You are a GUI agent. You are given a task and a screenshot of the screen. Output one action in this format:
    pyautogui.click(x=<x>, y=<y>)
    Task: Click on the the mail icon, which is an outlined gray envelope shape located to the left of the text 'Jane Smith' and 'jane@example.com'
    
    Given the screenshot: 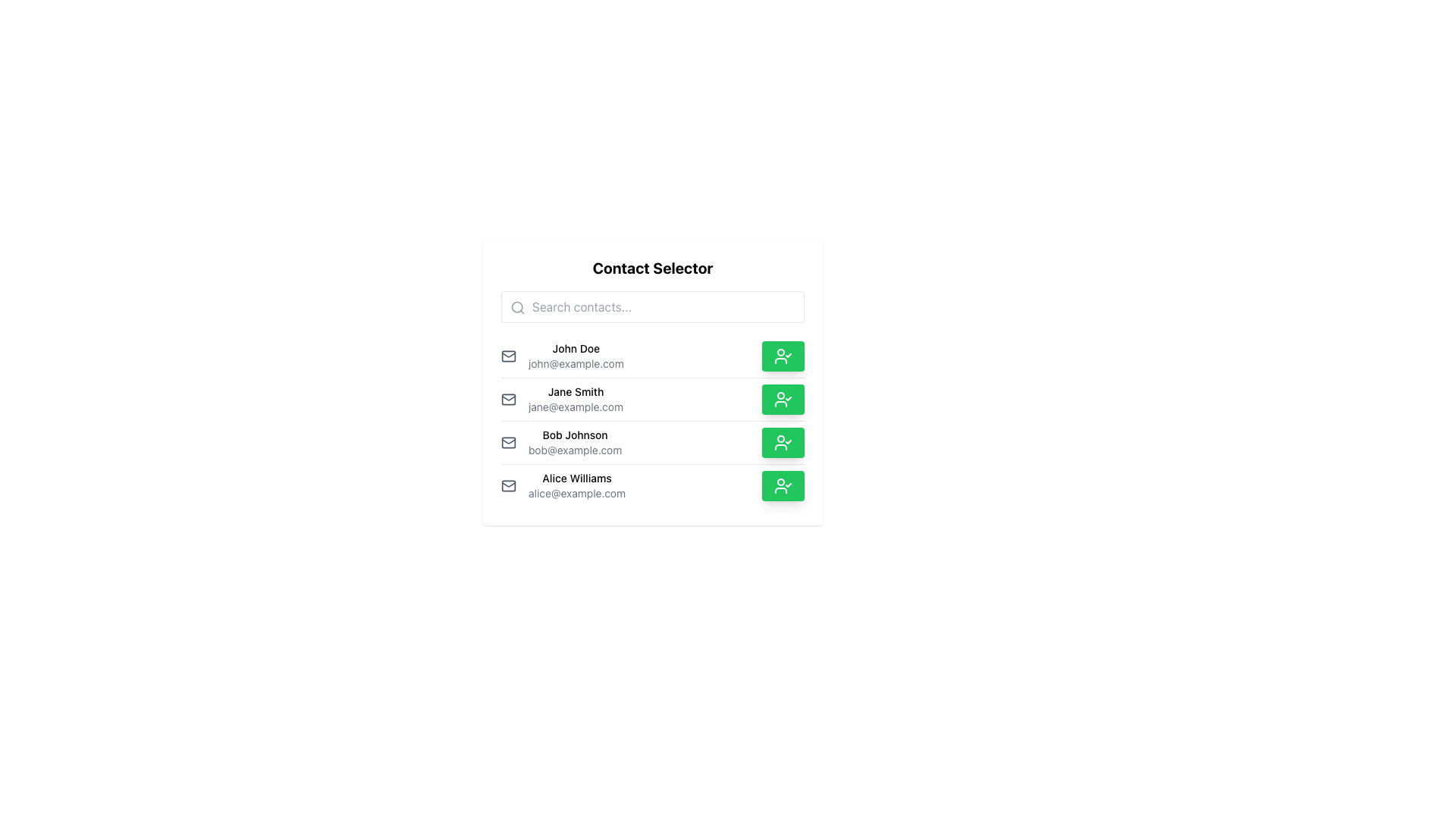 What is the action you would take?
    pyautogui.click(x=509, y=399)
    